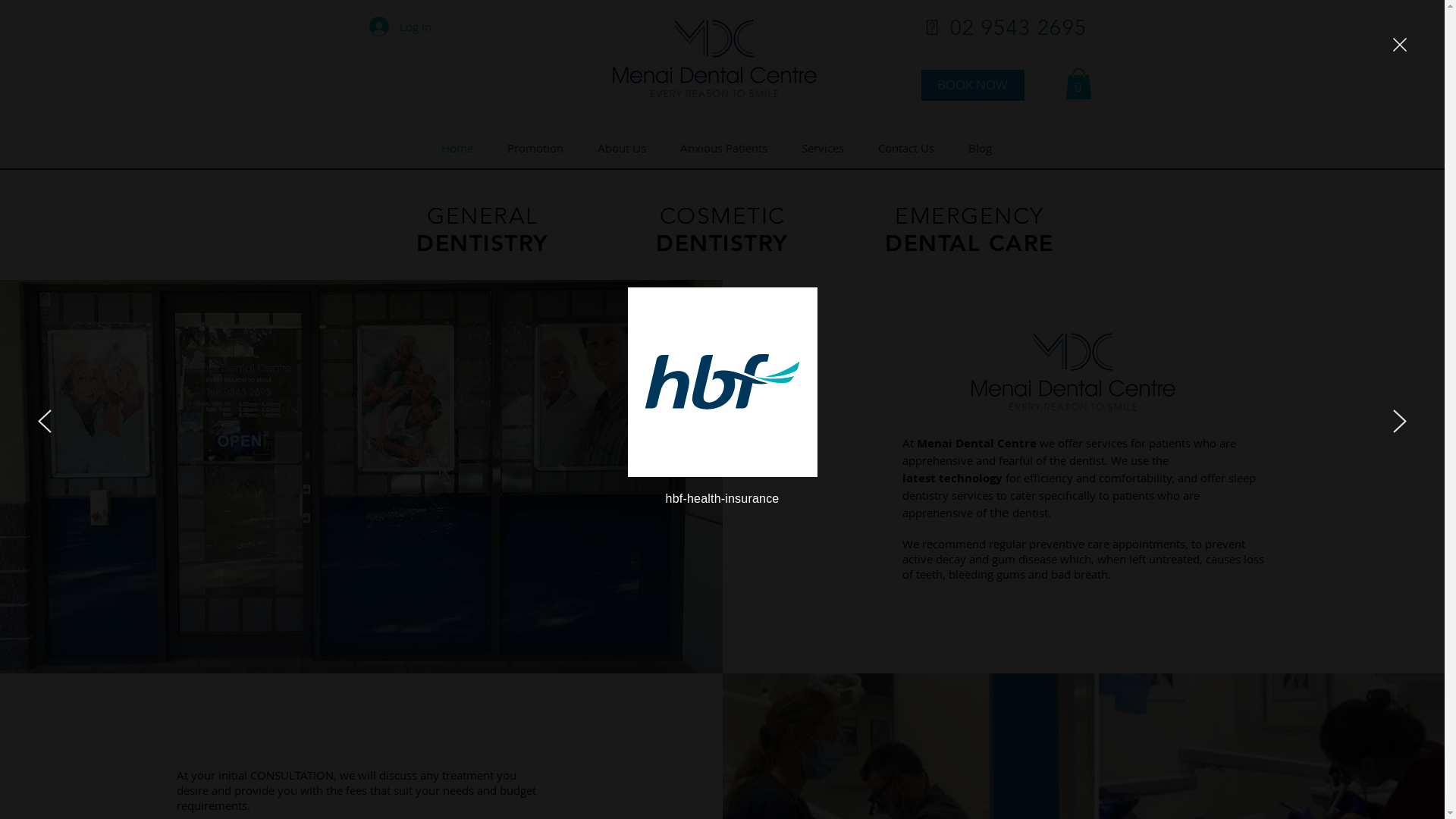  Describe the element at coordinates (1077, 84) in the screenshot. I see `'0'` at that location.